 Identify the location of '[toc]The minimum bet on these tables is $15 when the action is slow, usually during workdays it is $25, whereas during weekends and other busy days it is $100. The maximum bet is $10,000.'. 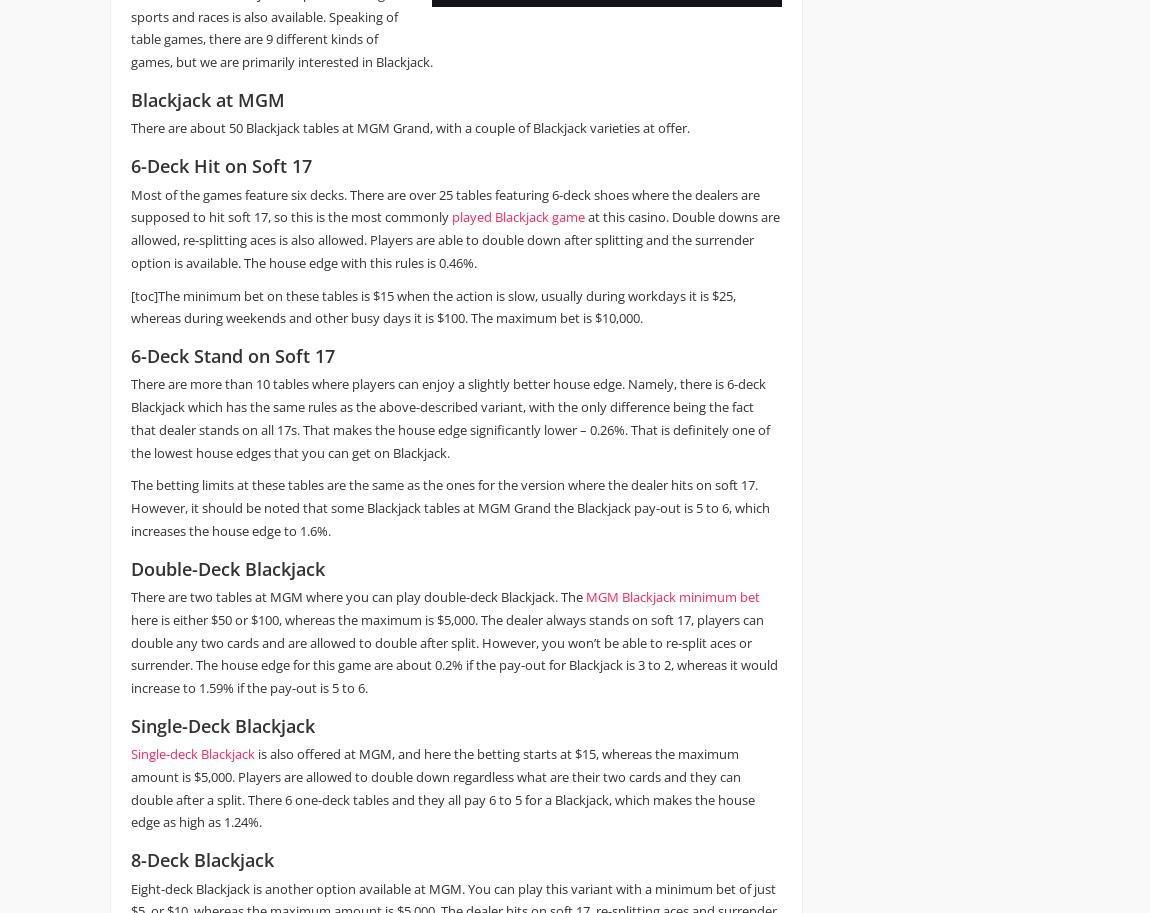
(433, 305).